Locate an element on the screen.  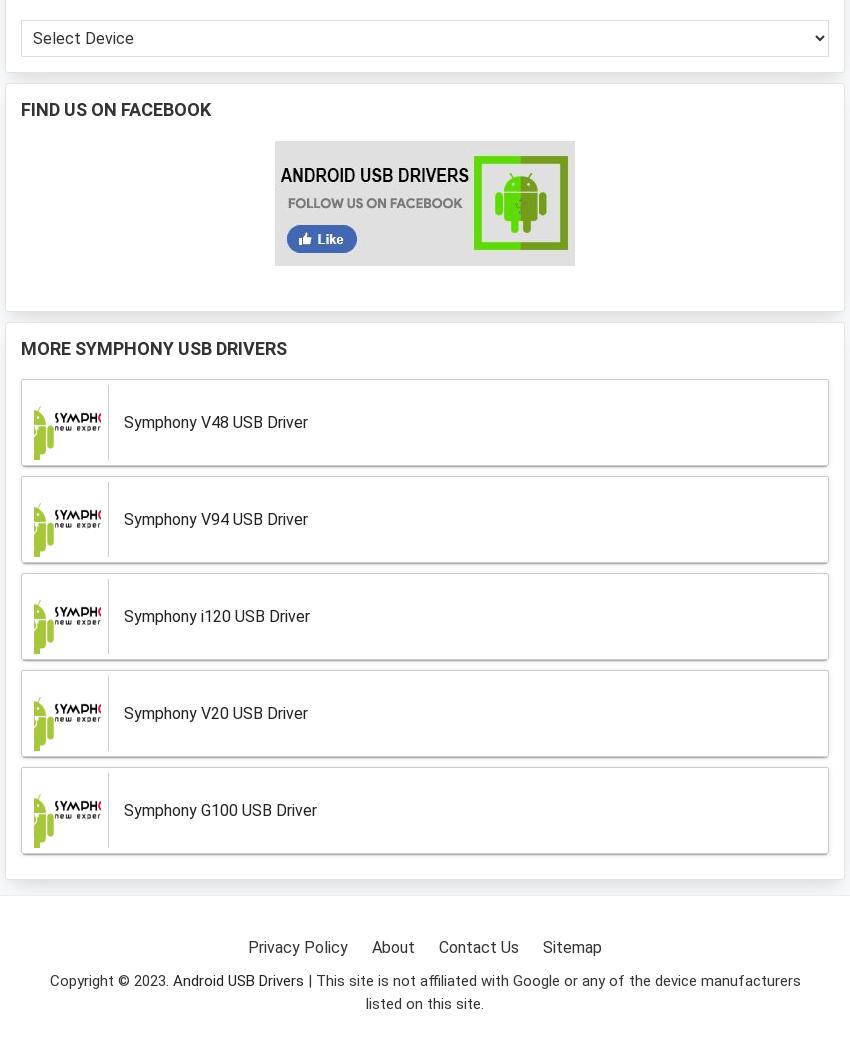
'Symphony G100 USB Driver' is located at coordinates (220, 809).